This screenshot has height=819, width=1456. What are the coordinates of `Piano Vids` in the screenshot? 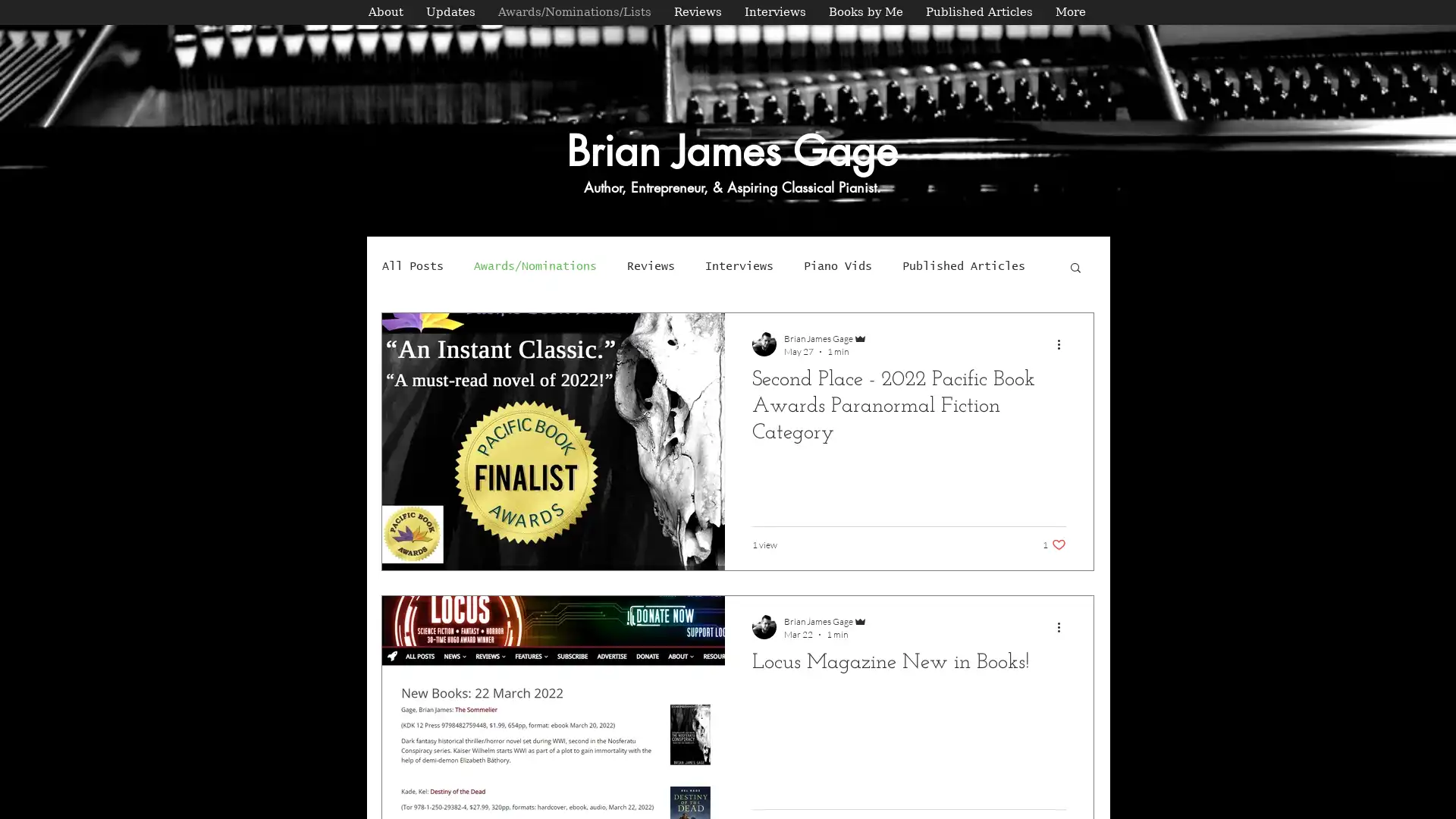 It's located at (836, 265).